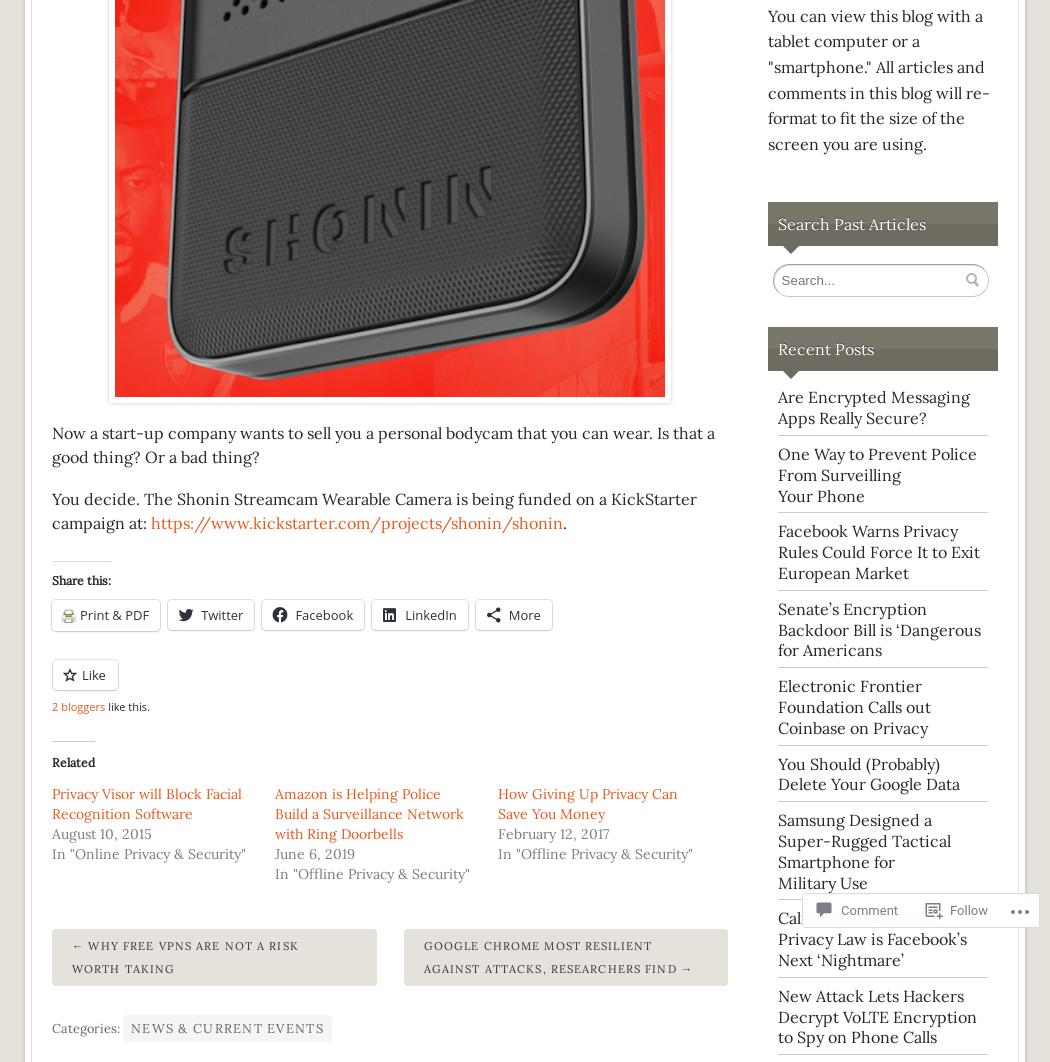 The height and width of the screenshot is (1062, 1050). I want to click on 'News & Current Events', so click(130, 1027).